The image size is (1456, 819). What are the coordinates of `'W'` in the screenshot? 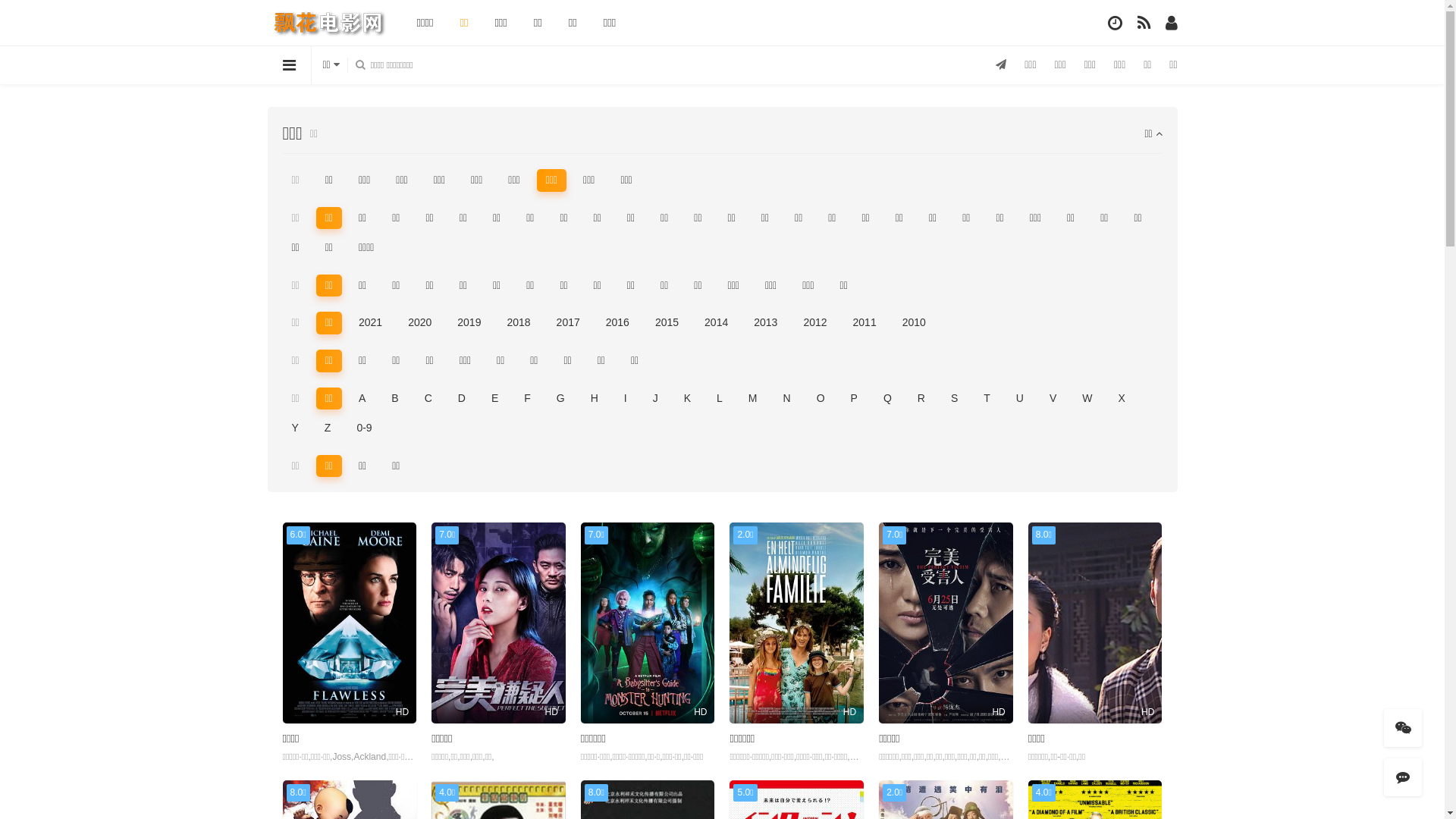 It's located at (1086, 397).